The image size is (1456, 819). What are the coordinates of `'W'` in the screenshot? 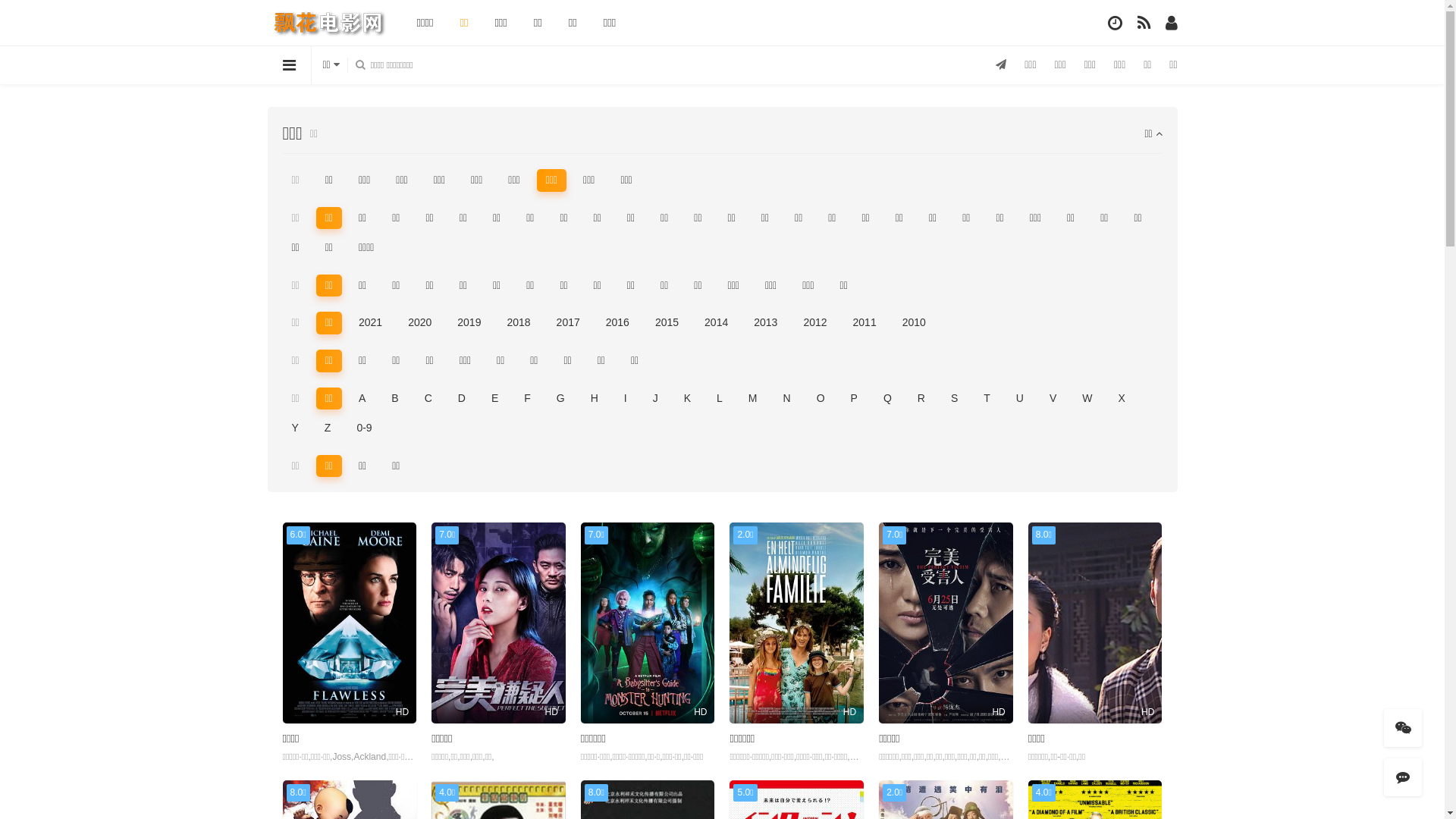 It's located at (1086, 397).